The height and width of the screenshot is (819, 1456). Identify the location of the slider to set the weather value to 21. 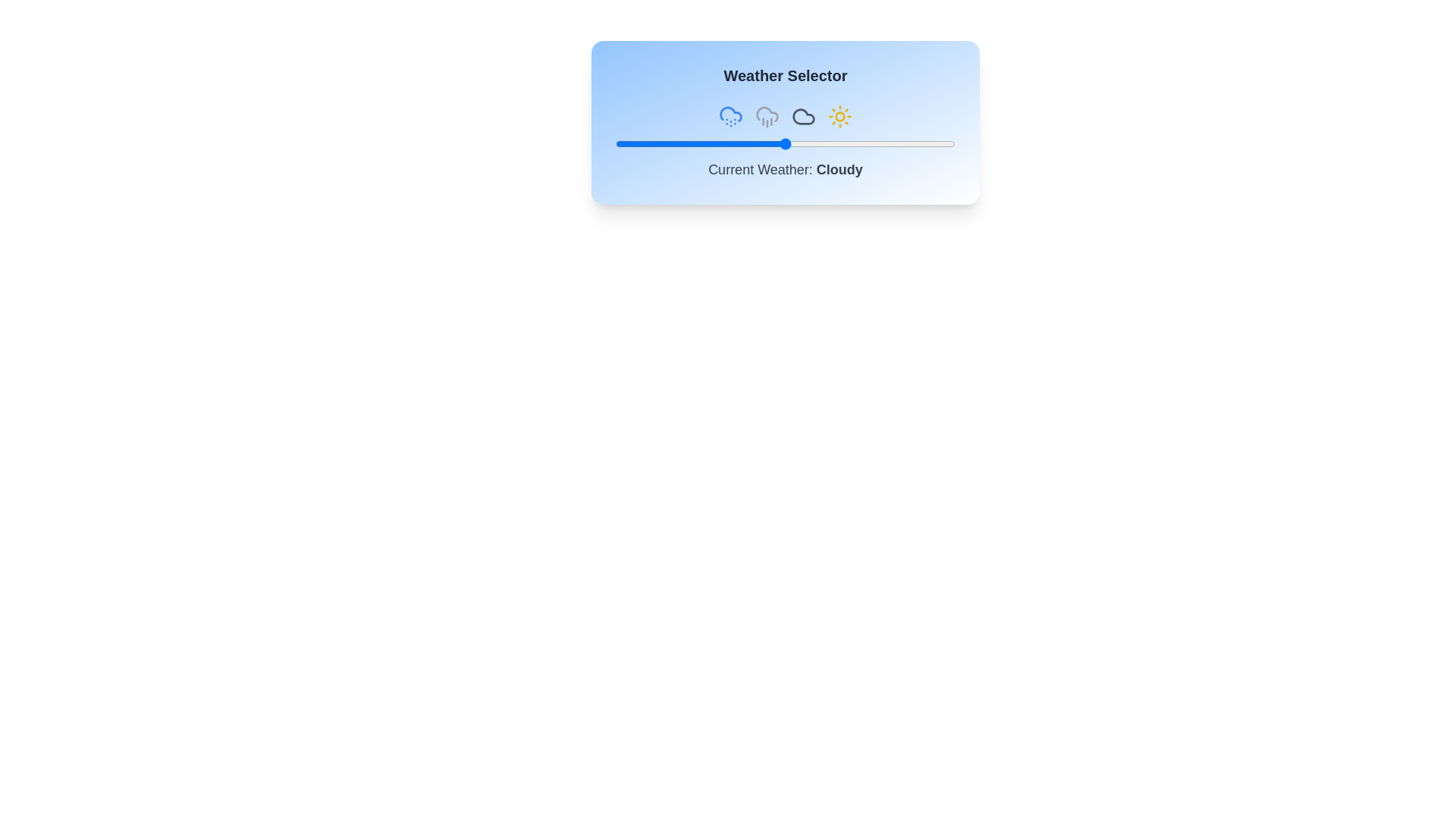
(686, 143).